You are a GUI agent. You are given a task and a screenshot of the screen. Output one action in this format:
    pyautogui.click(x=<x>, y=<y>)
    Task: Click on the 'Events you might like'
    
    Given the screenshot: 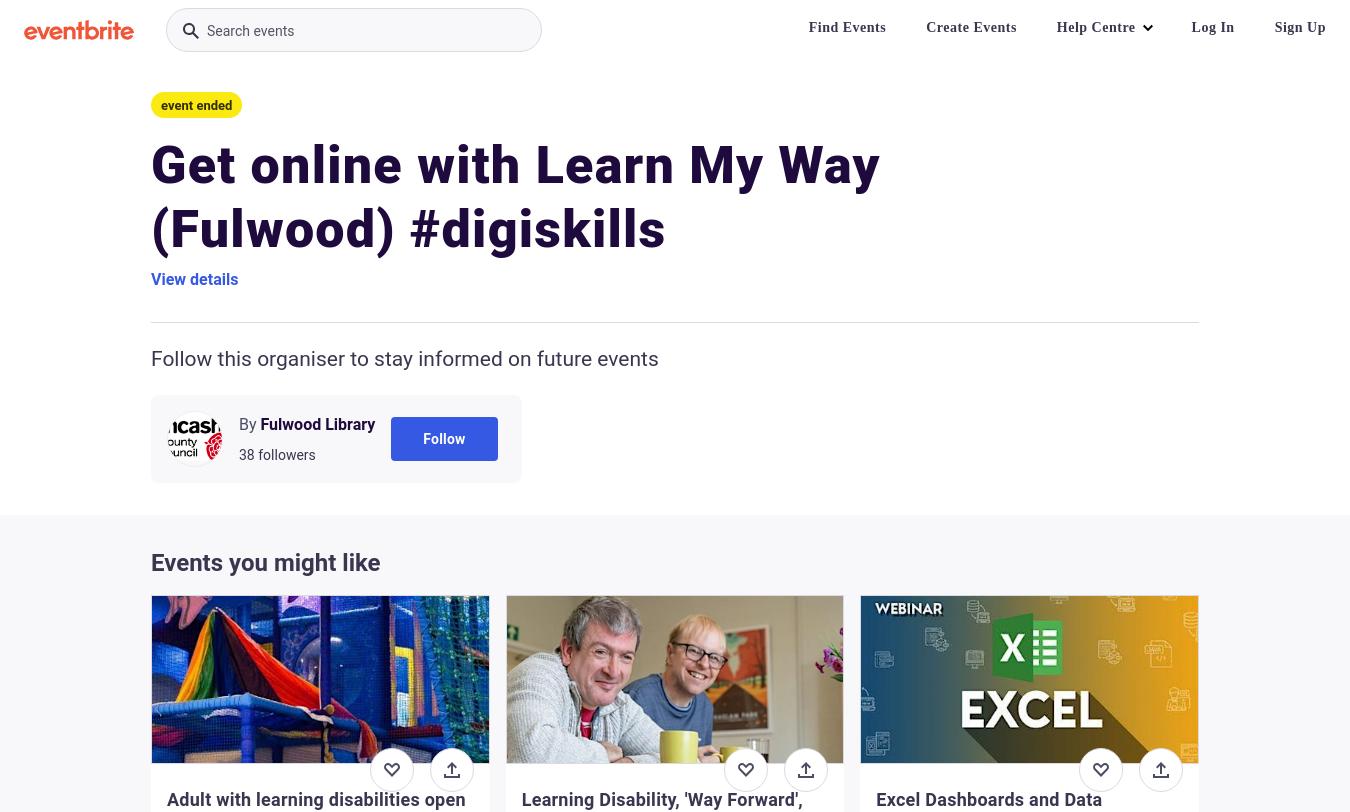 What is the action you would take?
    pyautogui.click(x=264, y=562)
    